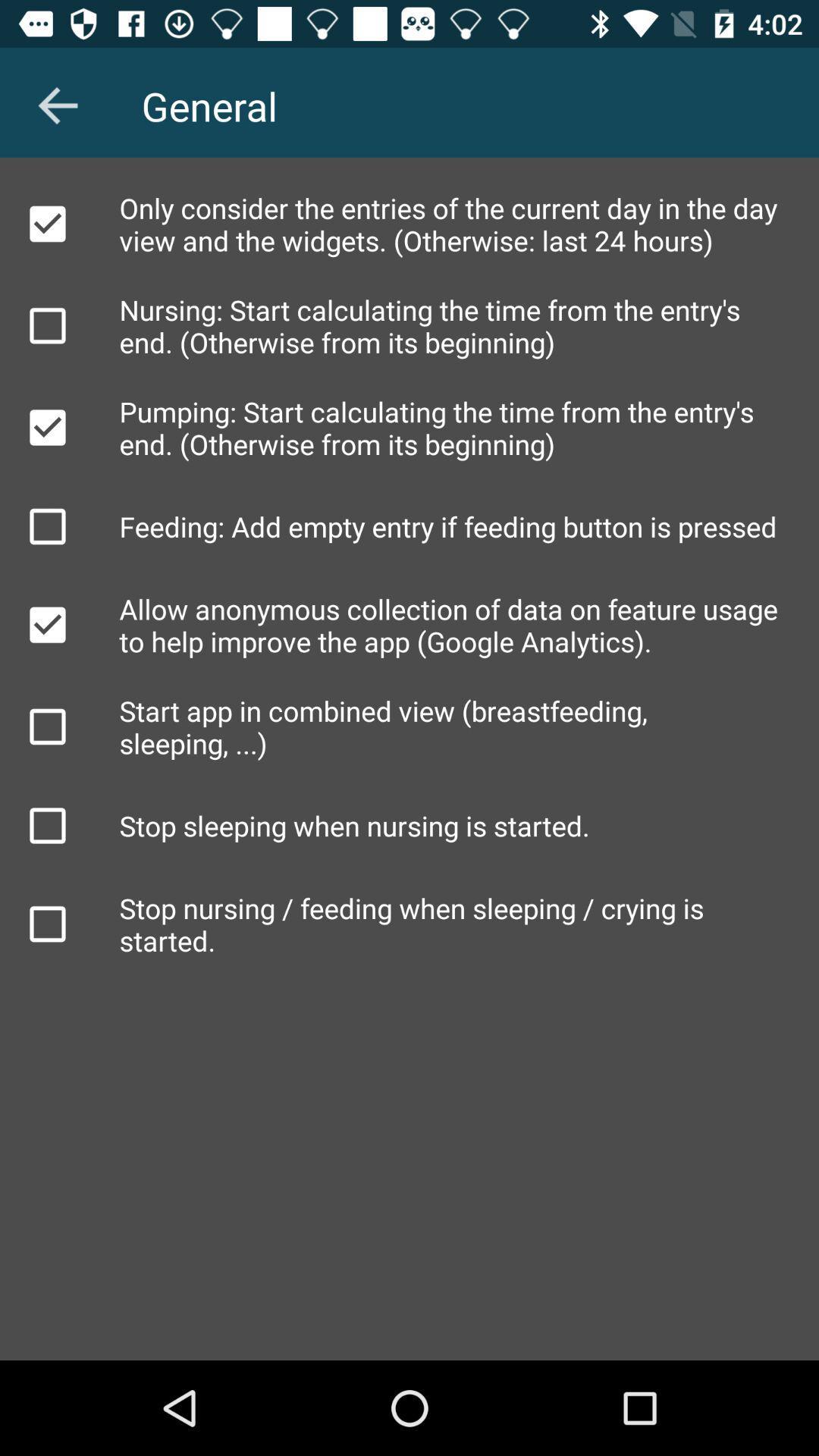 This screenshot has height=1456, width=819. I want to click on option, so click(46, 923).